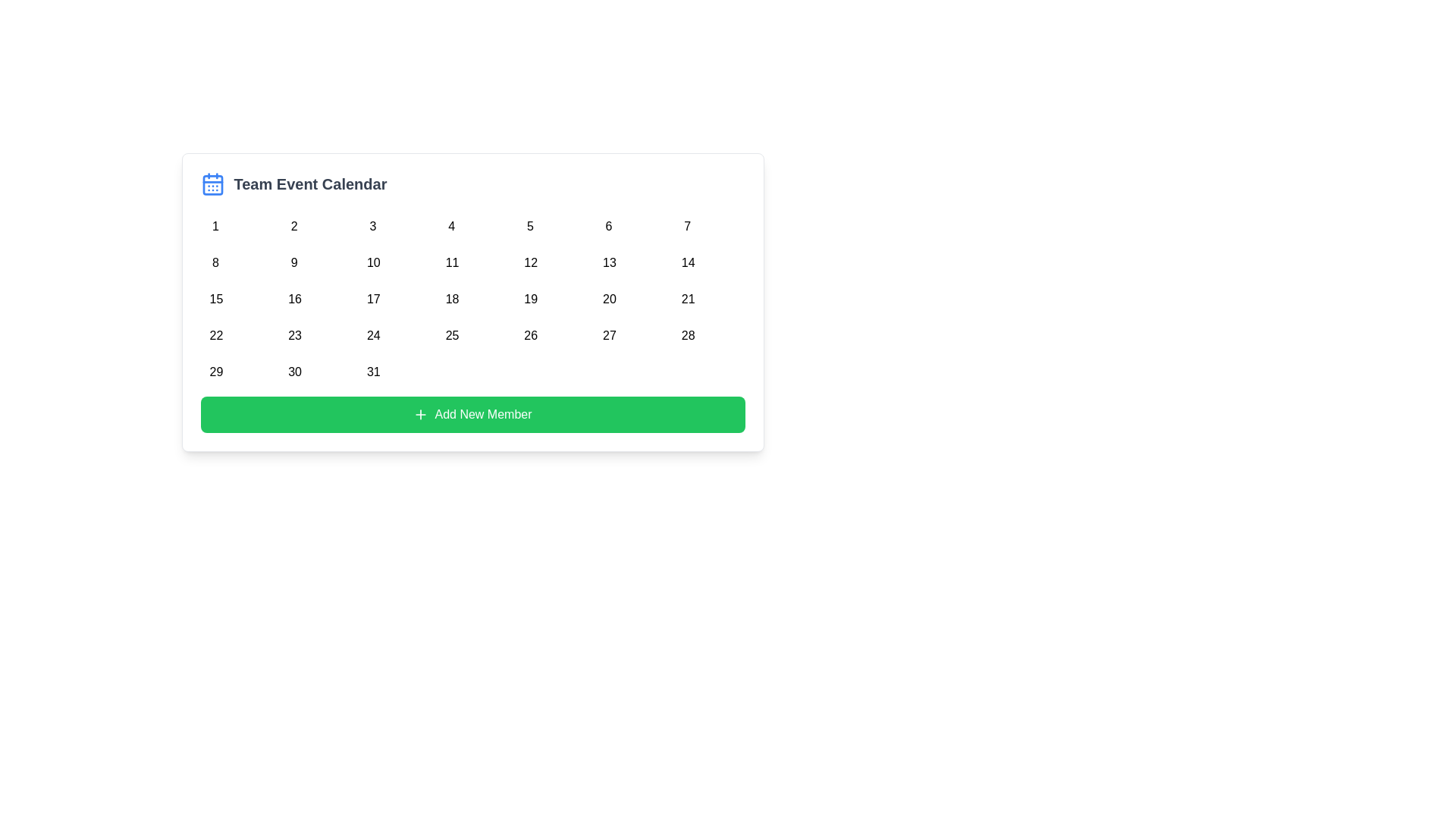 This screenshot has width=1456, height=819. Describe the element at coordinates (294, 223) in the screenshot. I see `the Interactive Grid Cell representing the date '2' in the calendar grid` at that location.